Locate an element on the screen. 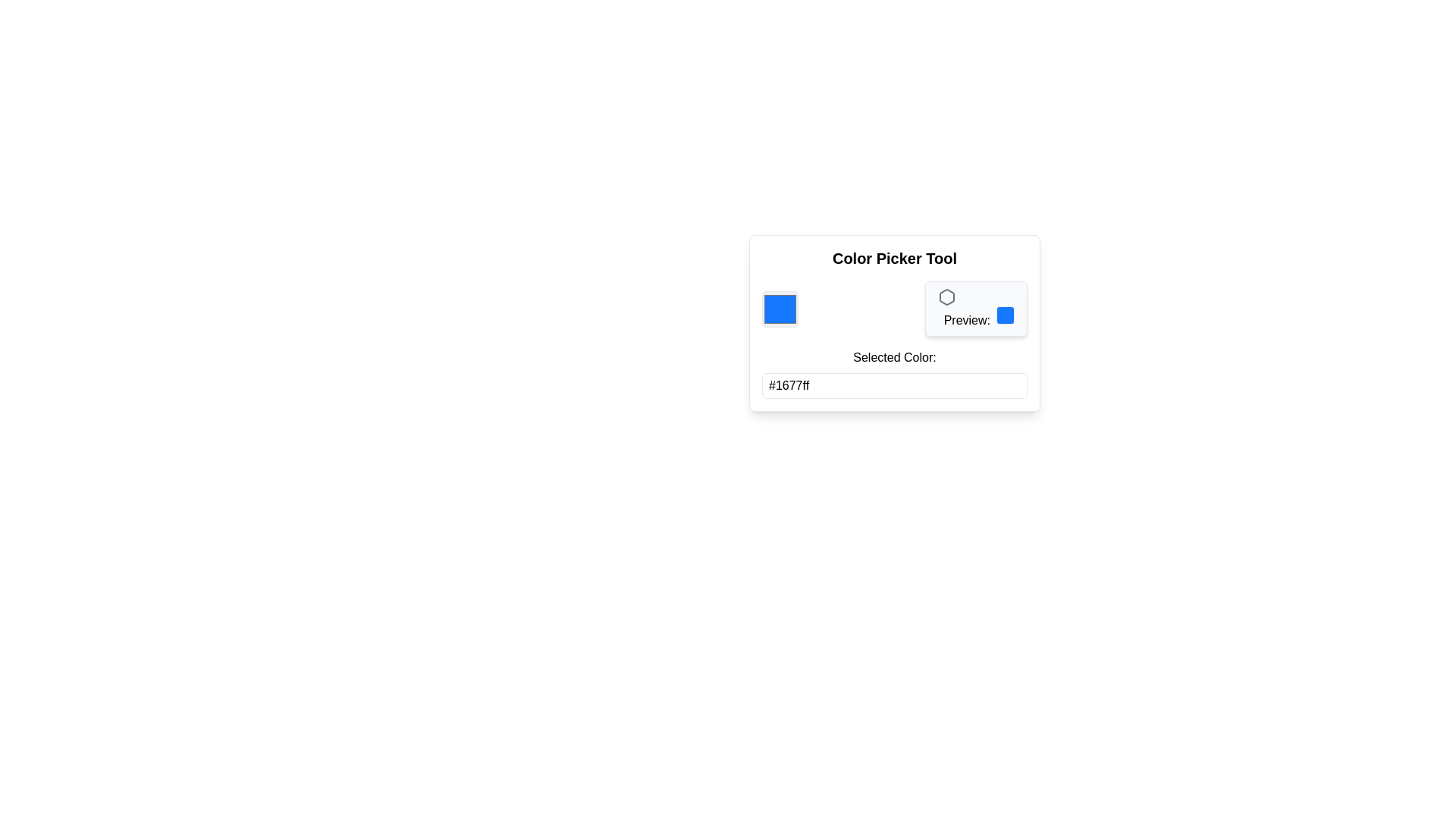  the label displaying 'Selected Color:' which is situated below the main color selection area, above the text input for color value is located at coordinates (895, 357).